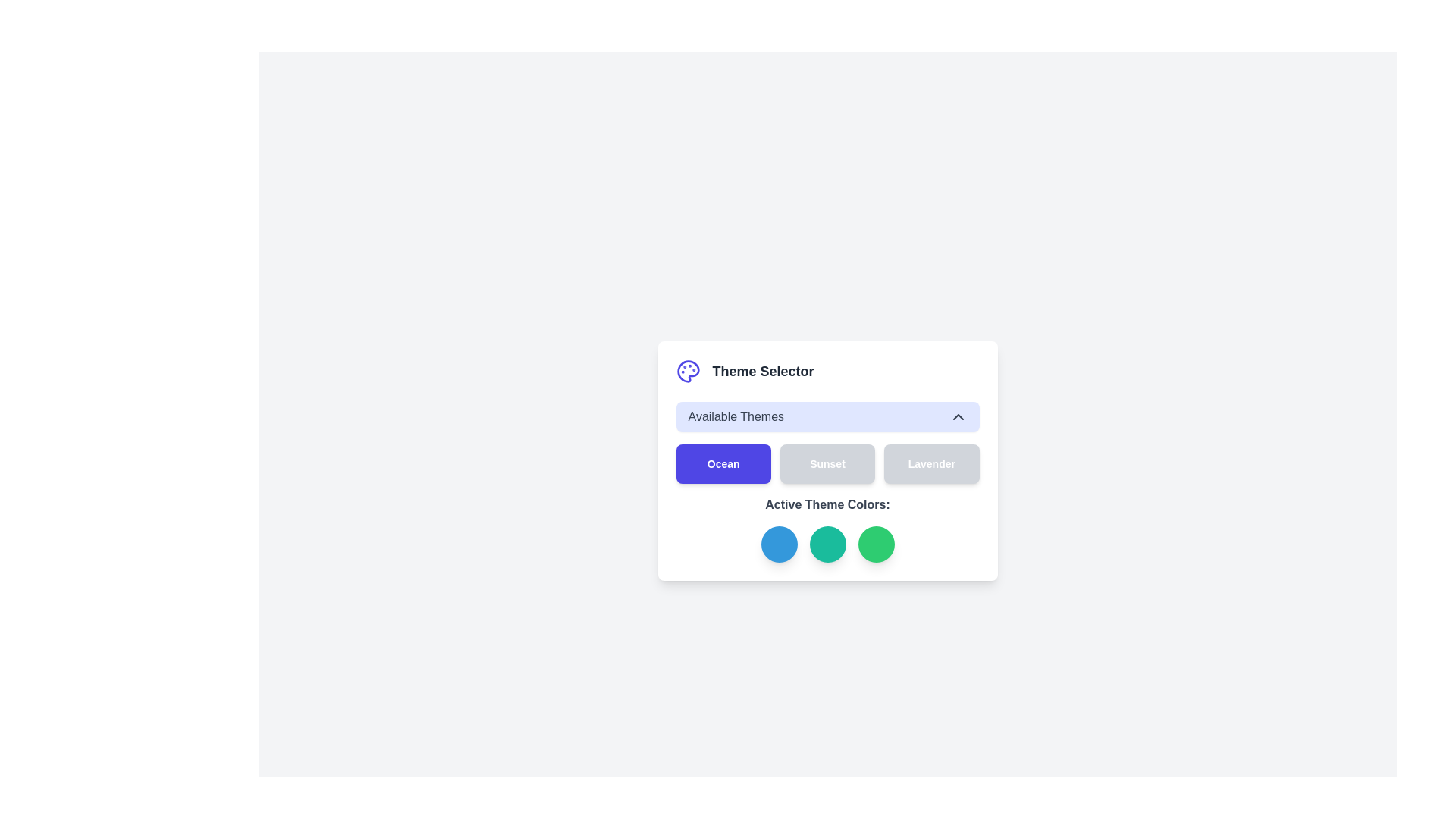 The image size is (1456, 819). What do you see at coordinates (827, 460) in the screenshot?
I see `the 'Sunset' button, which is a rectangular button with a light gray background and white text, positioned between the 'Ocean' and 'Lavender' buttons under 'Available Themes'` at bounding box center [827, 460].